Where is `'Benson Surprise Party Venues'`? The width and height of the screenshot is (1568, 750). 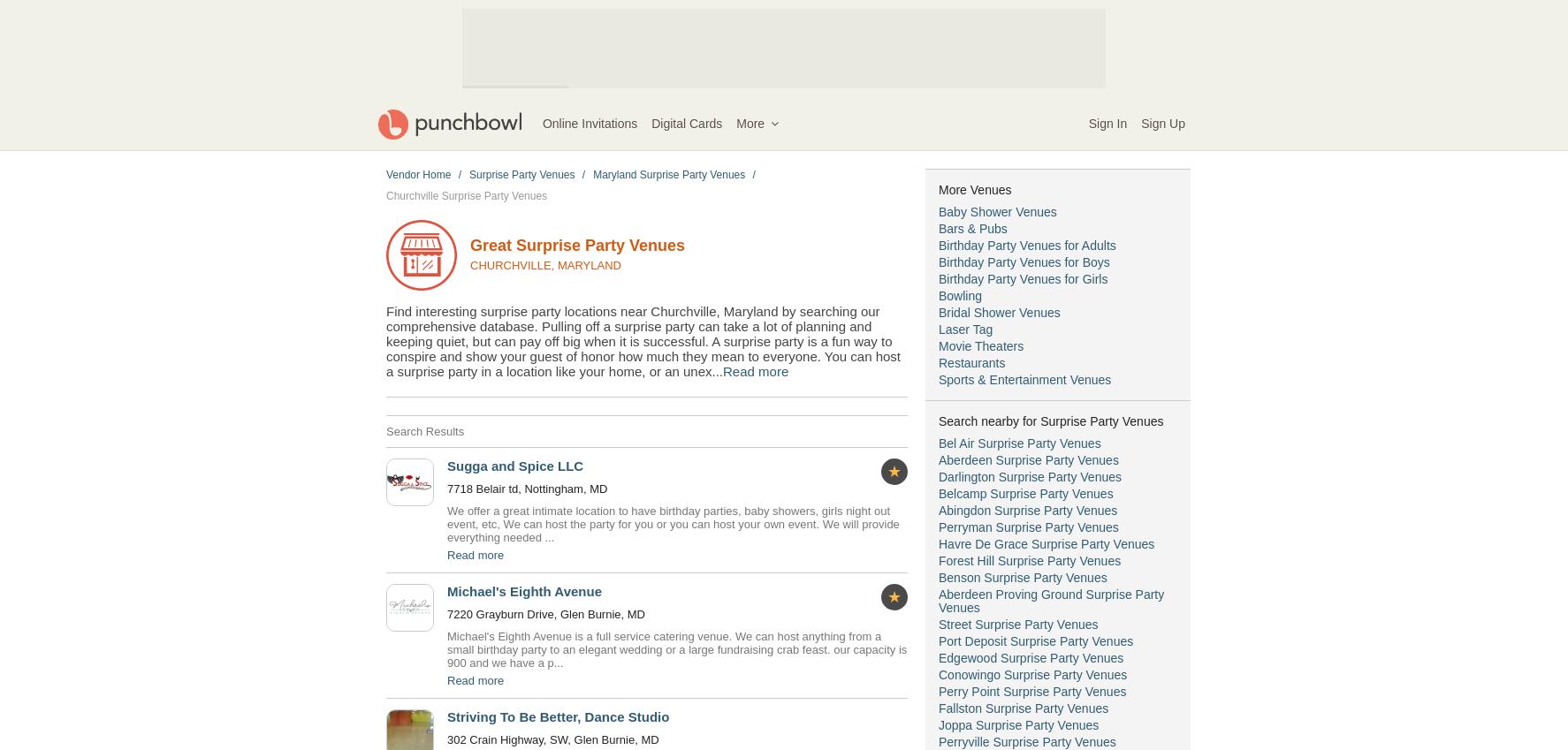 'Benson Surprise Party Venues' is located at coordinates (1023, 577).